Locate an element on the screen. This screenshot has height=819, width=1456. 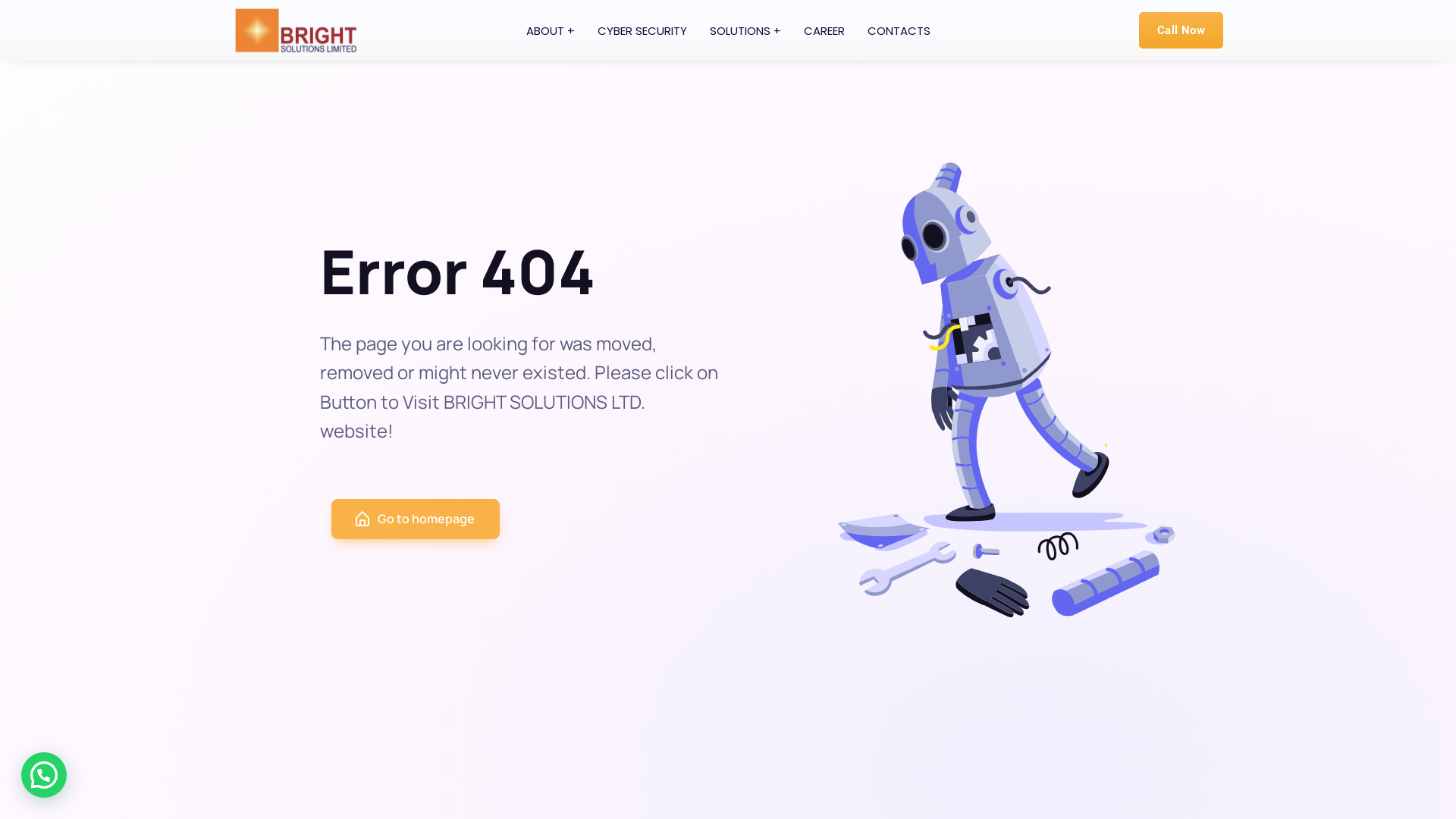
'SOLUTIONS +' is located at coordinates (697, 30).